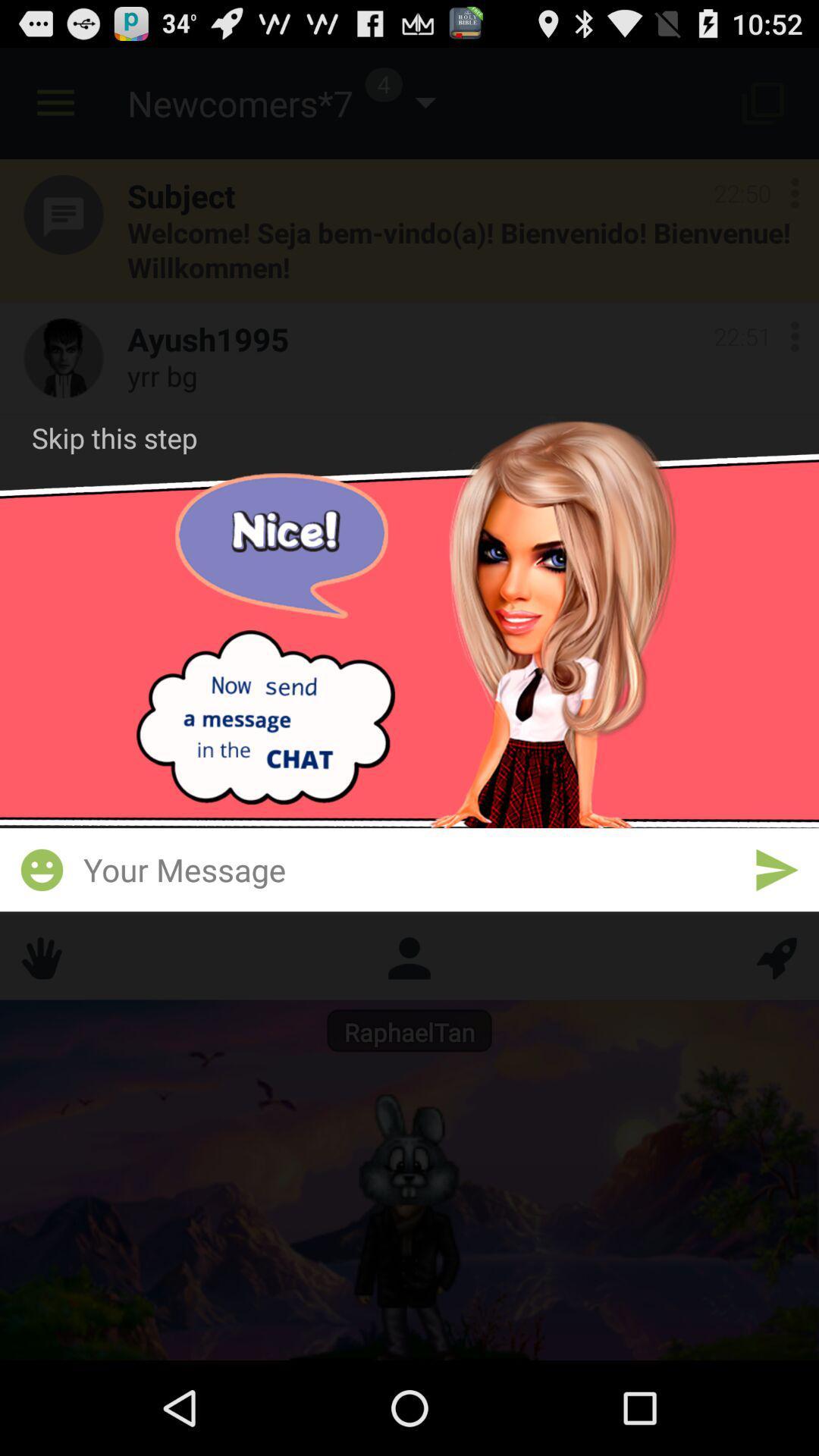  Describe the element at coordinates (409, 869) in the screenshot. I see `type your message here` at that location.